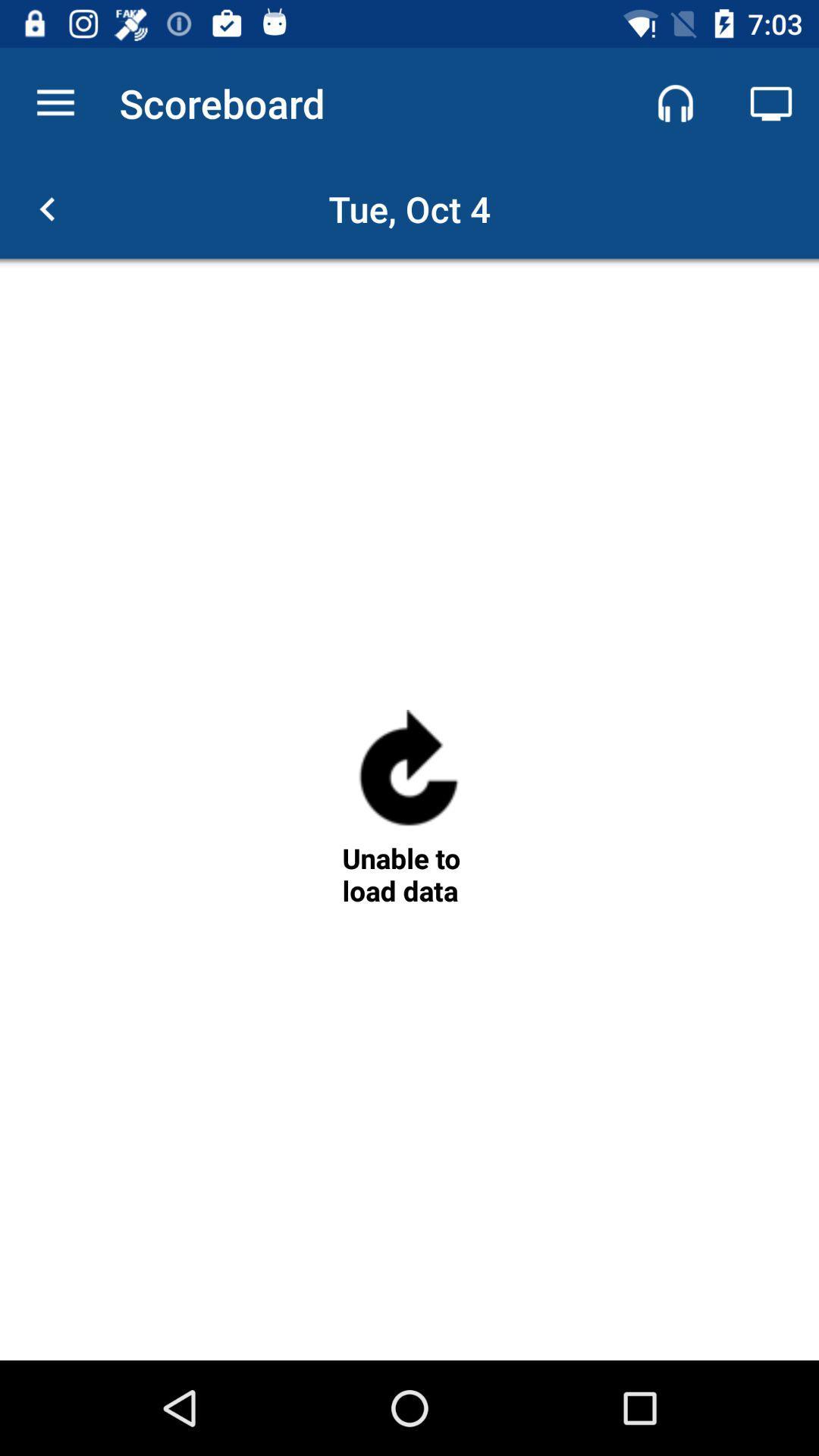 The height and width of the screenshot is (1456, 819). What do you see at coordinates (675, 102) in the screenshot?
I see `the app to the right of the scoreboard item` at bounding box center [675, 102].